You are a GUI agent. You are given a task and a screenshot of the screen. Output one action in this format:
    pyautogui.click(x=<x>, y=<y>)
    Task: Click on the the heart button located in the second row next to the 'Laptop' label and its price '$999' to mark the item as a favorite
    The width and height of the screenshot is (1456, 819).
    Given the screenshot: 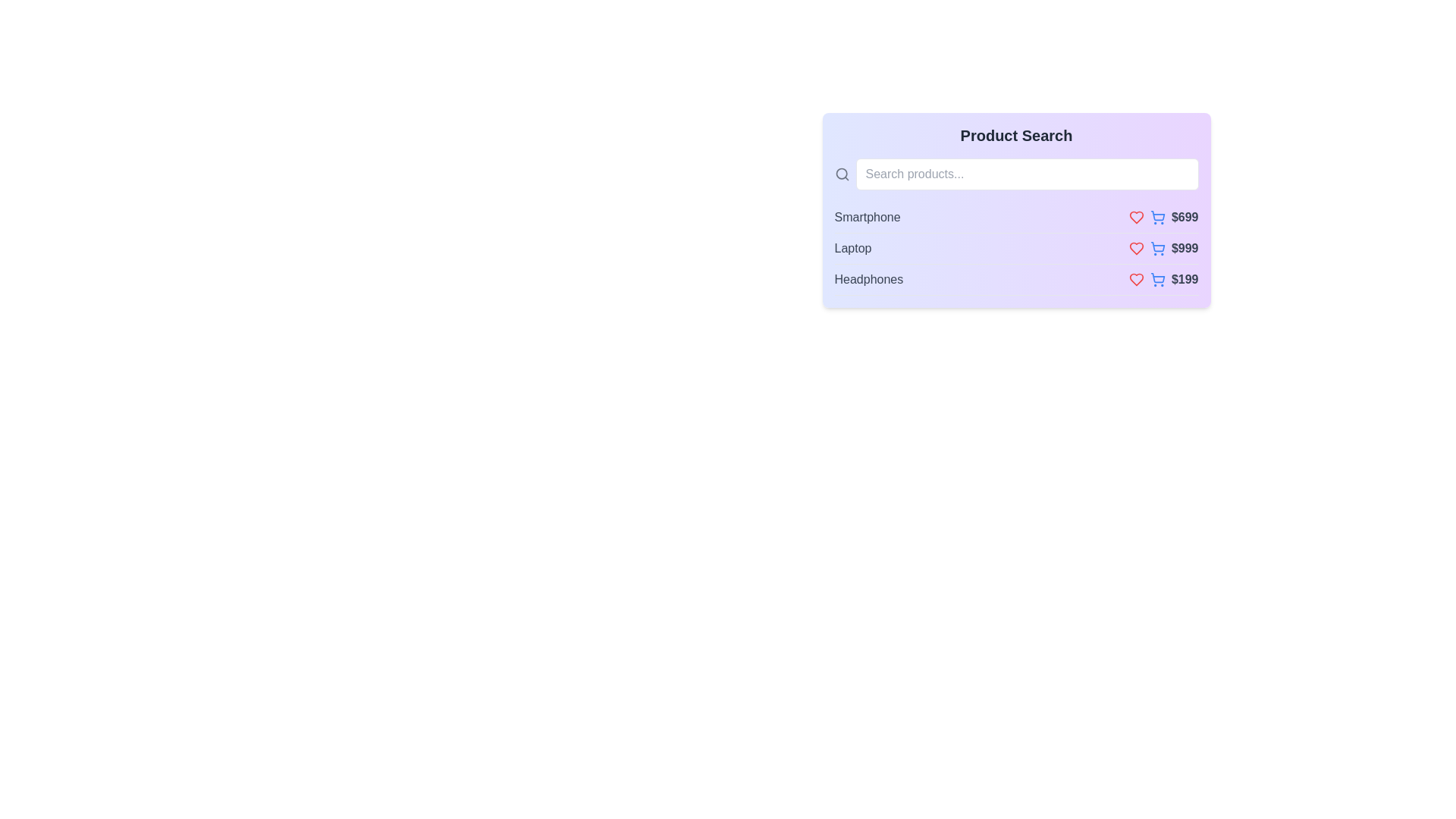 What is the action you would take?
    pyautogui.click(x=1136, y=247)
    